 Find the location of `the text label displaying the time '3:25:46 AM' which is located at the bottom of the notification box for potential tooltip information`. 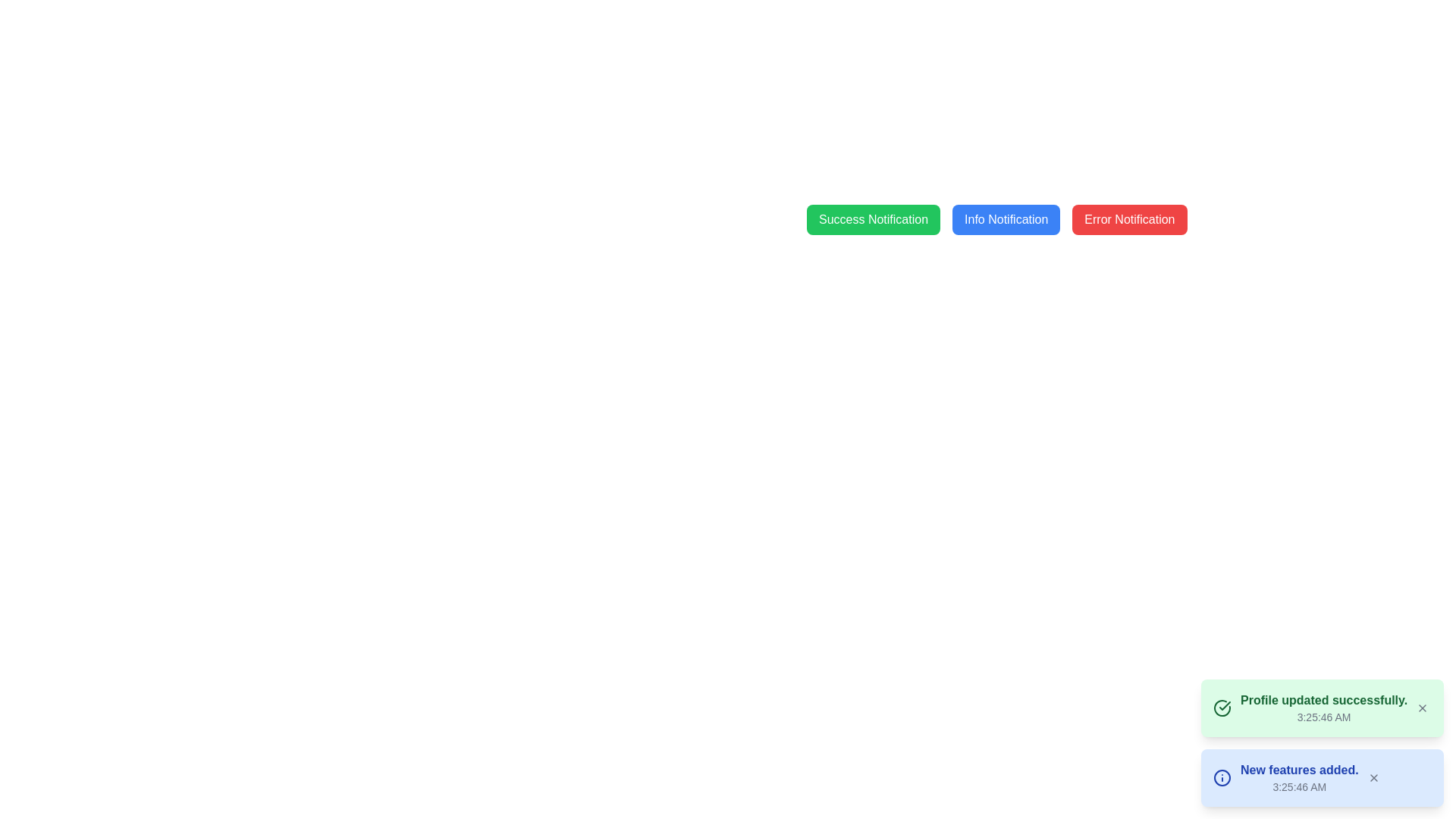

the text label displaying the time '3:25:46 AM' which is located at the bottom of the notification box for potential tooltip information is located at coordinates (1323, 717).